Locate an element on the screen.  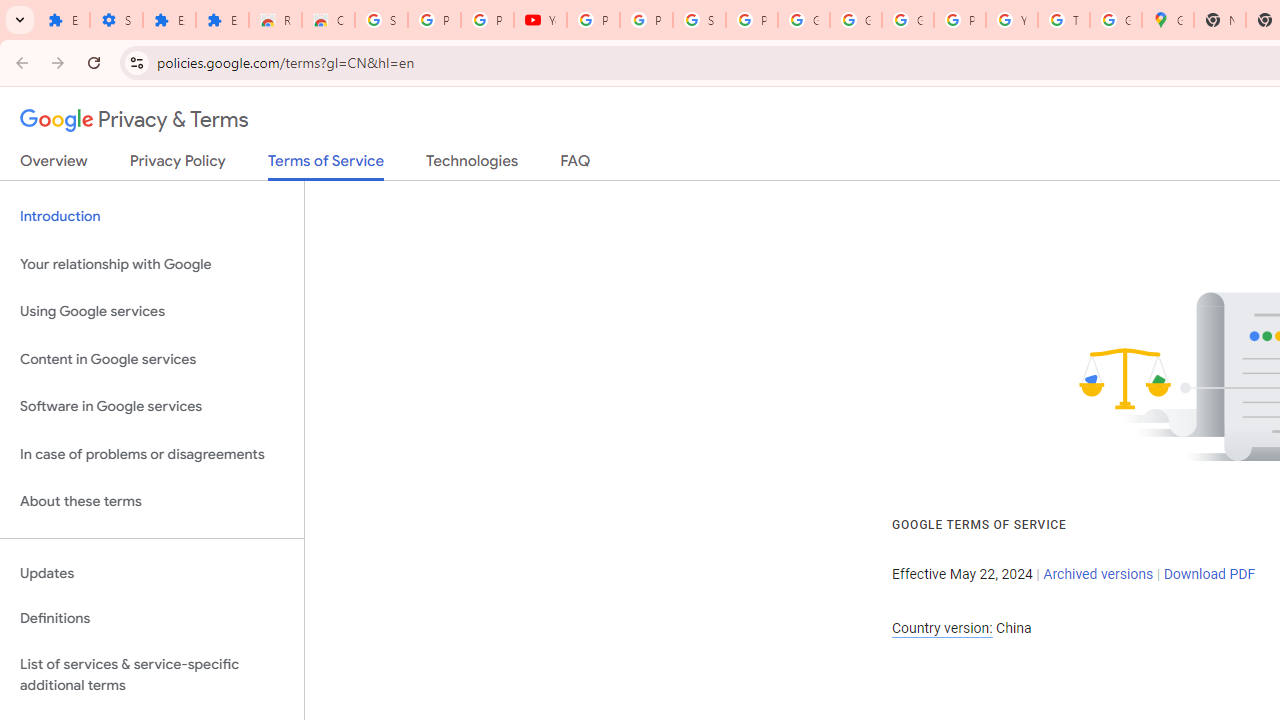
'Archived versions' is located at coordinates (1097, 574).